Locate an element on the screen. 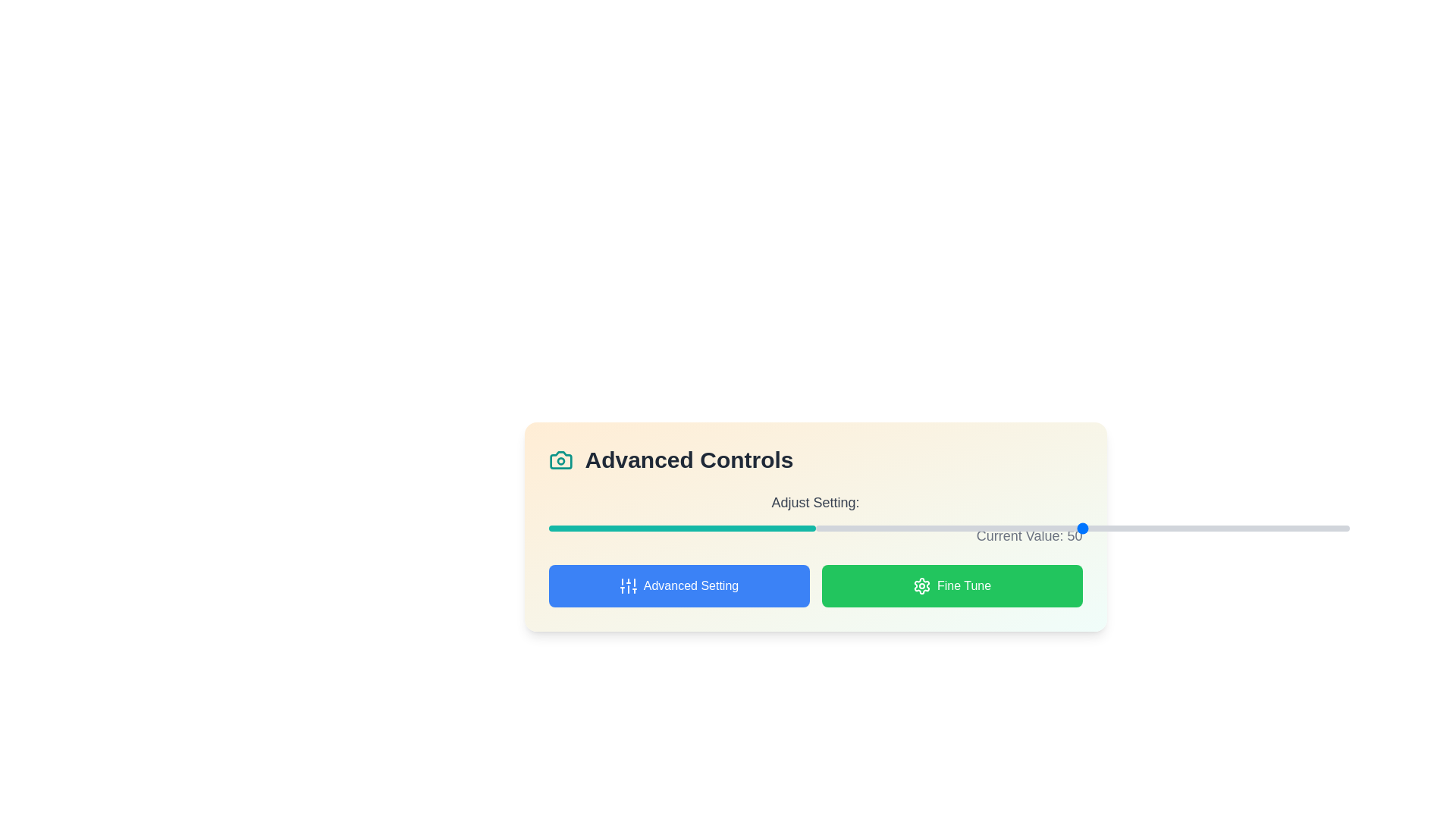 The height and width of the screenshot is (819, 1456). the slider value is located at coordinates (1012, 528).